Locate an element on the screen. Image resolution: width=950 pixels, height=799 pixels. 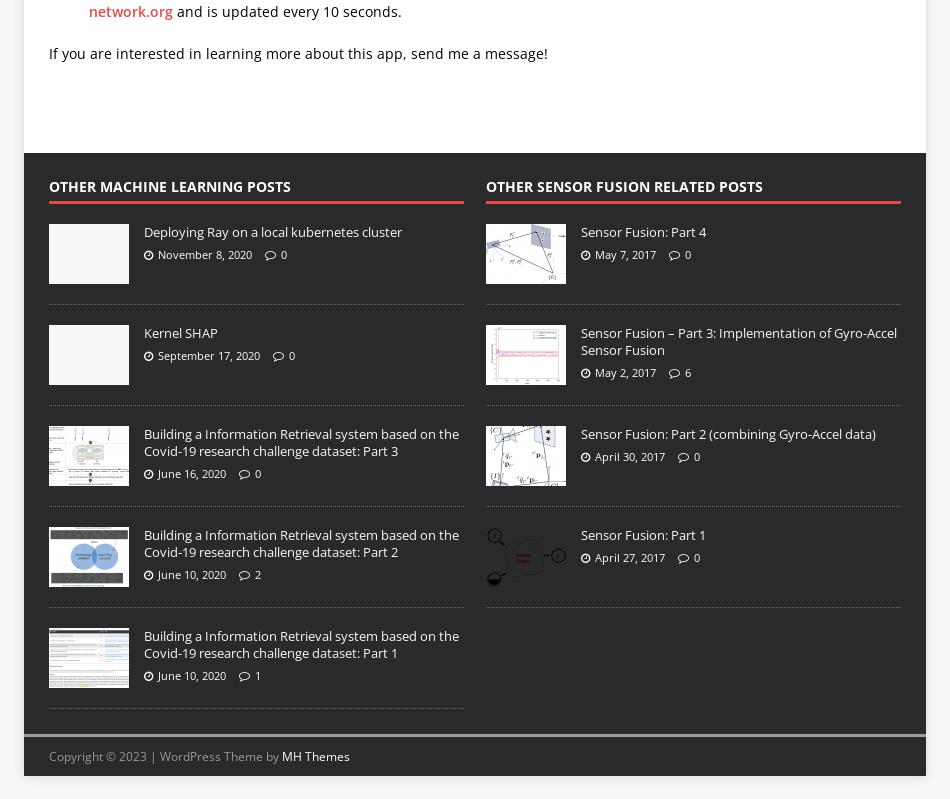
'May 7, 2017' is located at coordinates (594, 253).